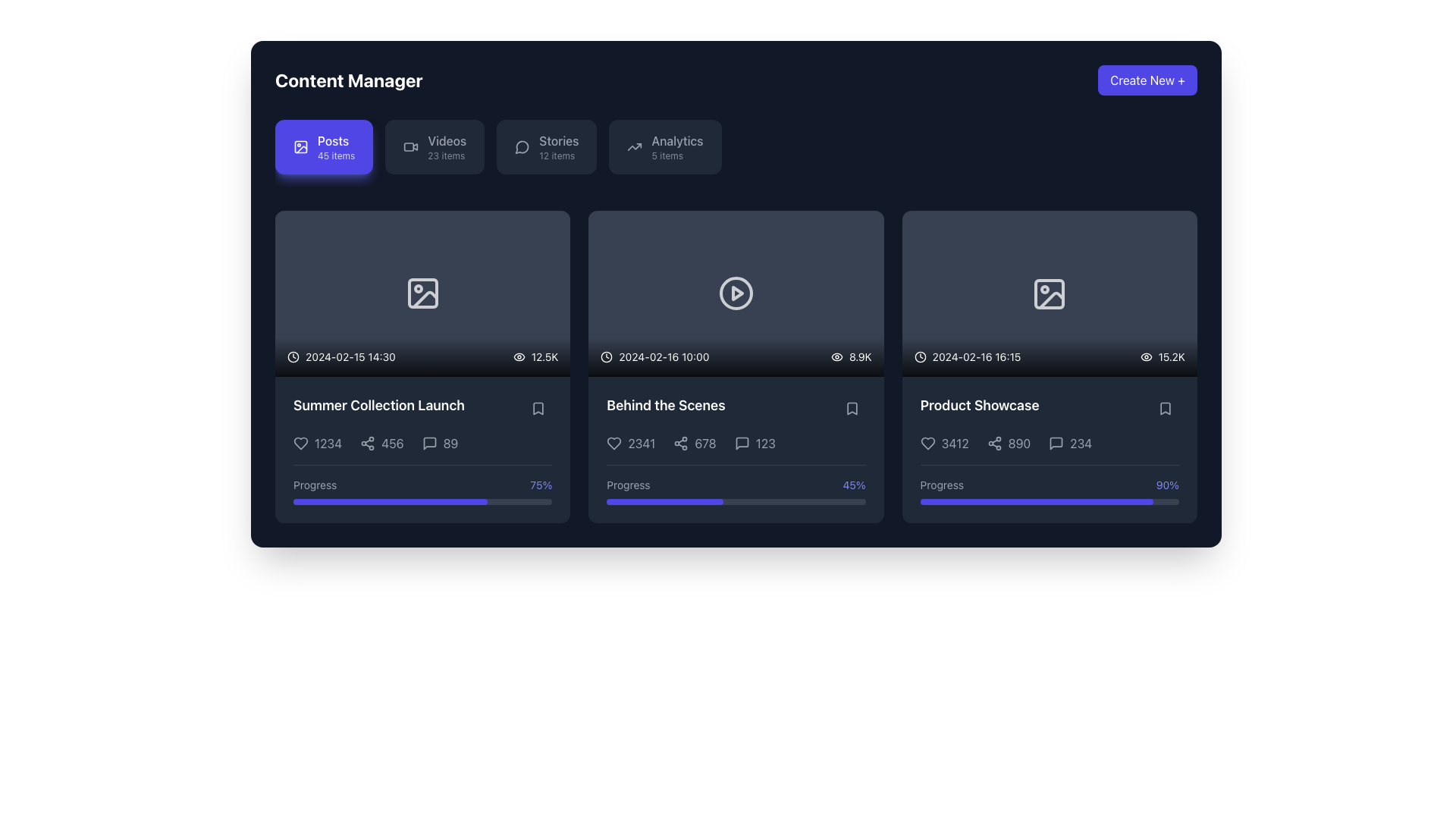 This screenshot has height=819, width=1456. What do you see at coordinates (1049, 293) in the screenshot?
I see `the minimalistic picture icon depicting a mountain and a rounded sun or moon, located centrally in the upper area of the third card from the left` at bounding box center [1049, 293].